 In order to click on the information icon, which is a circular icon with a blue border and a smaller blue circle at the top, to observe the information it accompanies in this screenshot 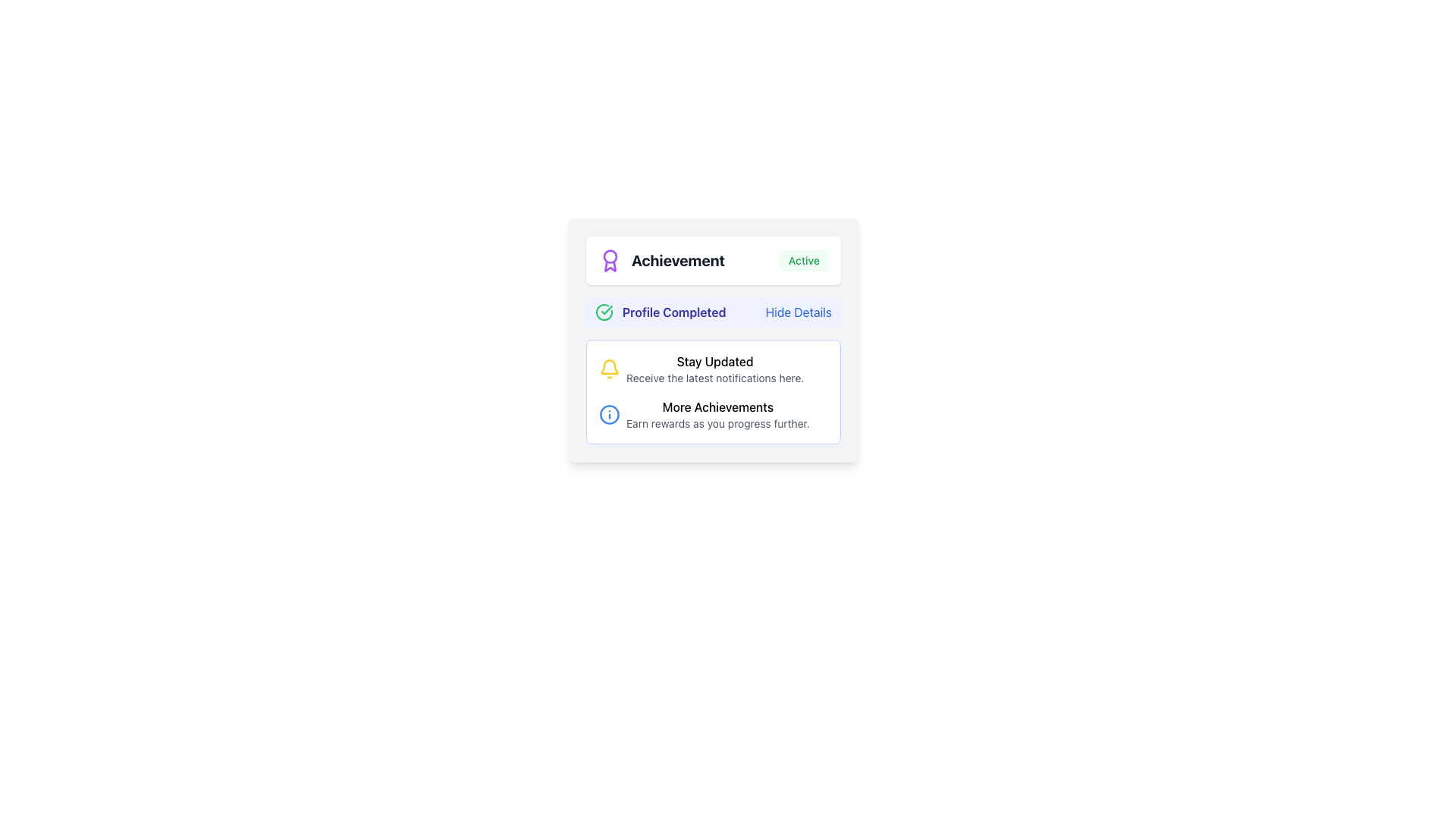, I will do `click(610, 415)`.